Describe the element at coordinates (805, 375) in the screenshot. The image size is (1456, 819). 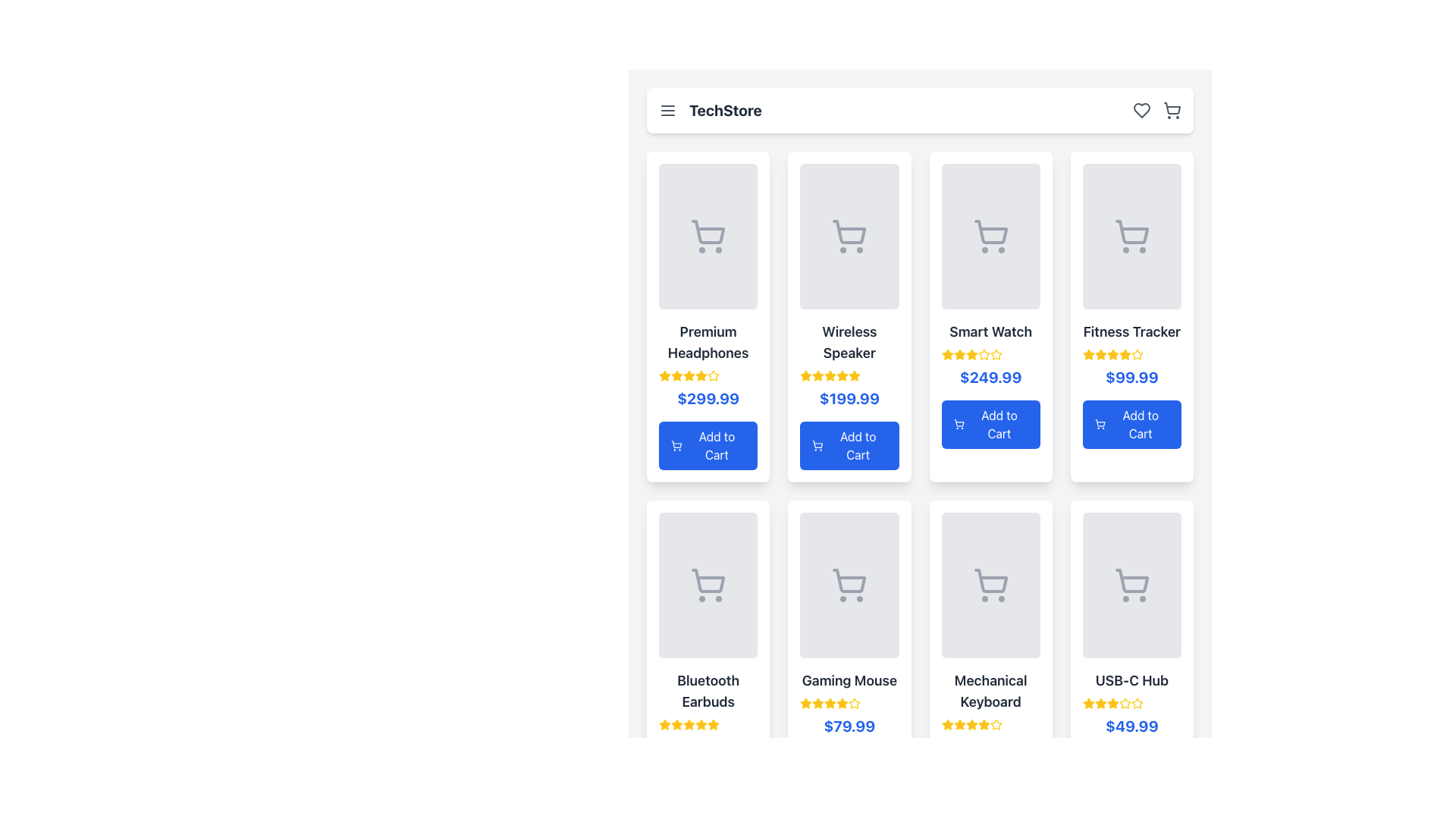
I see `the yellow star-shaped icon, which is the first star in a row of five under the 'Wireless Speaker' product card` at that location.